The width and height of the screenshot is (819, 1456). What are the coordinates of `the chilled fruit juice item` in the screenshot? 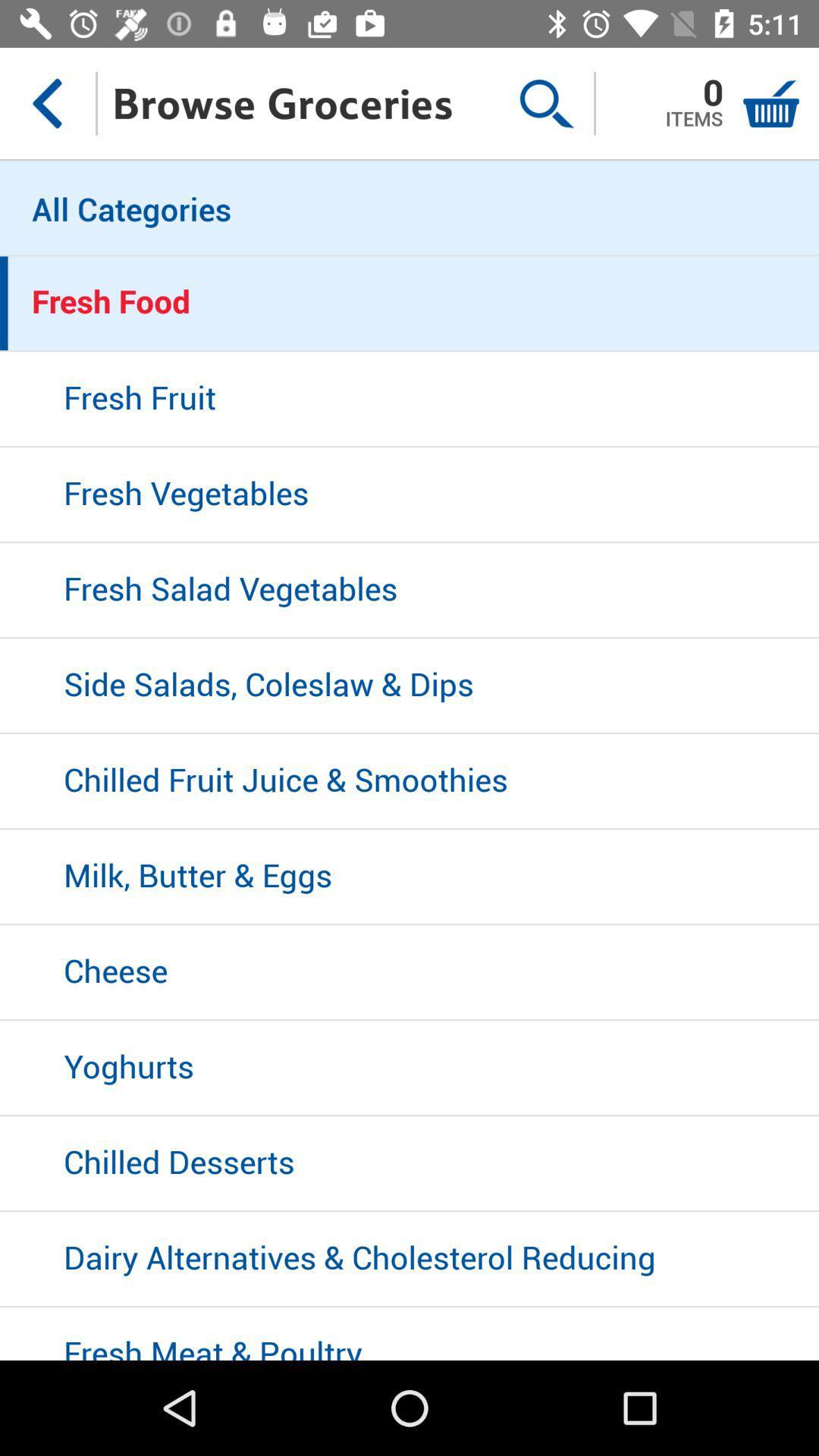 It's located at (409, 782).